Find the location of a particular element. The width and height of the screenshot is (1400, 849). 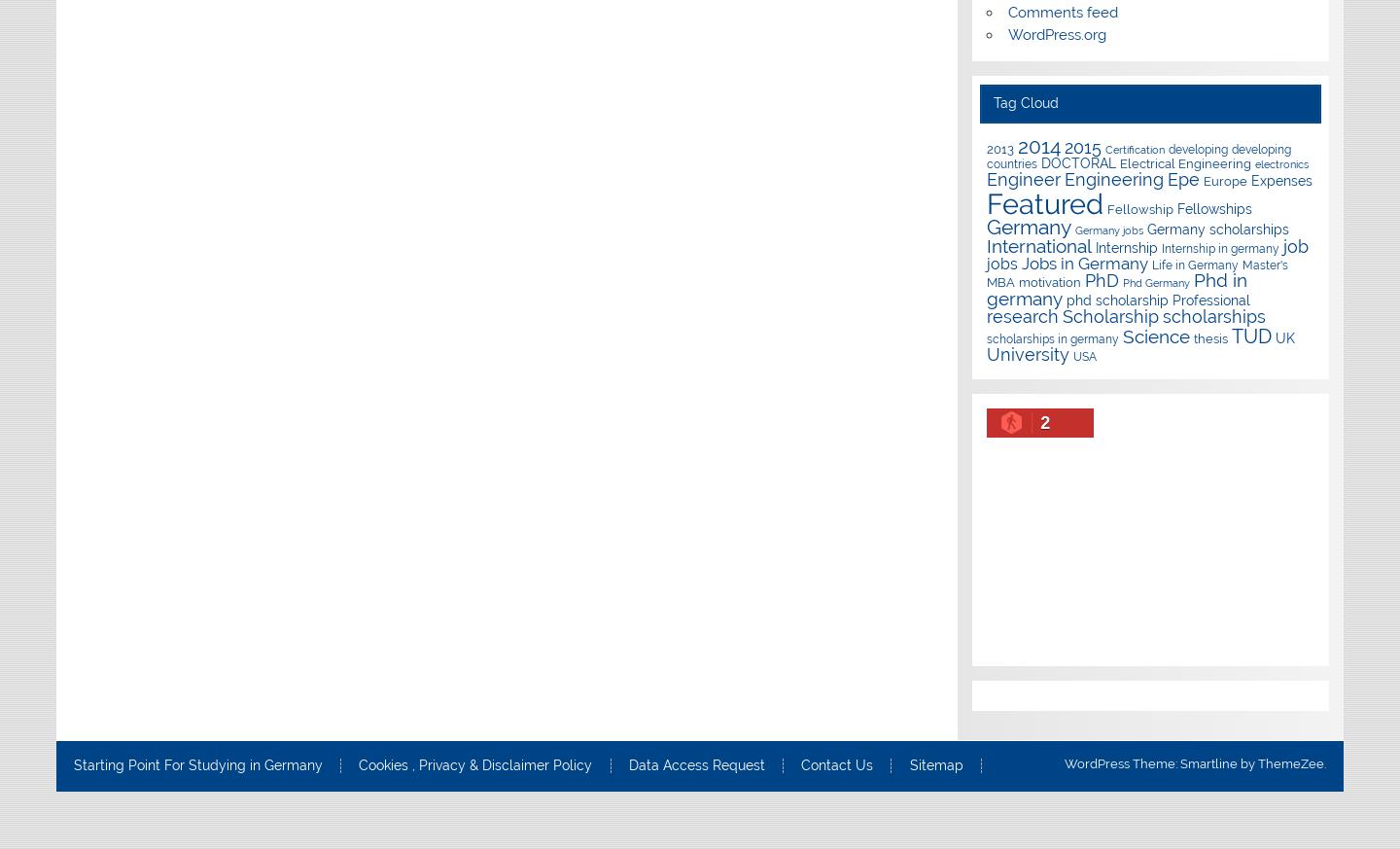

'Fellowship' is located at coordinates (1106, 207).